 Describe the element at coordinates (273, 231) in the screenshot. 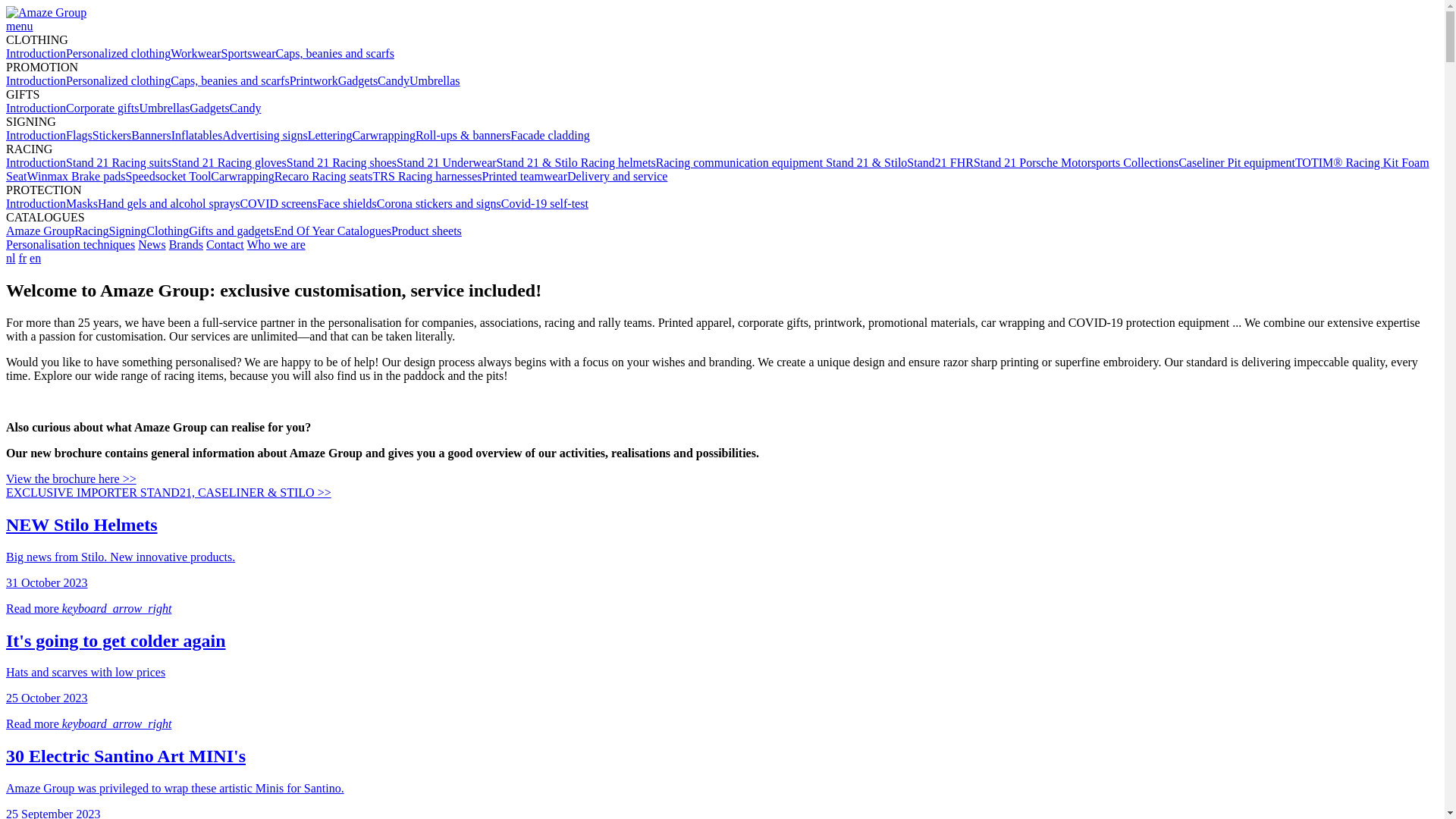

I see `'End Of Year Catalogues'` at that location.